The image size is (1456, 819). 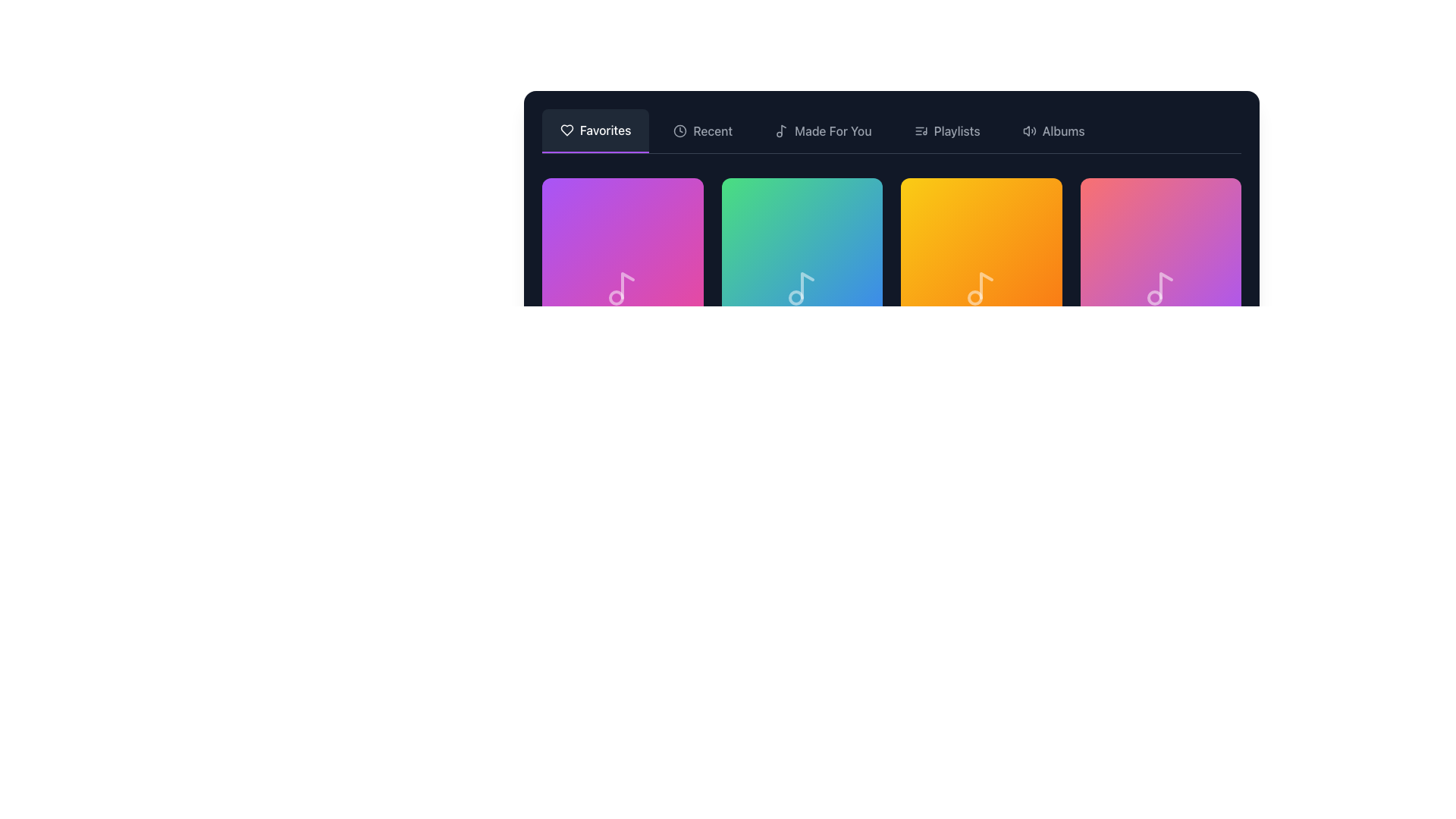 What do you see at coordinates (1053, 130) in the screenshot?
I see `the sixth tab in the horizontal navigation bar that accesses the 'Albums' section, located to the right of the 'Playlists' tab and to the left of the 'Favorites' tab, to activate hover effects` at bounding box center [1053, 130].